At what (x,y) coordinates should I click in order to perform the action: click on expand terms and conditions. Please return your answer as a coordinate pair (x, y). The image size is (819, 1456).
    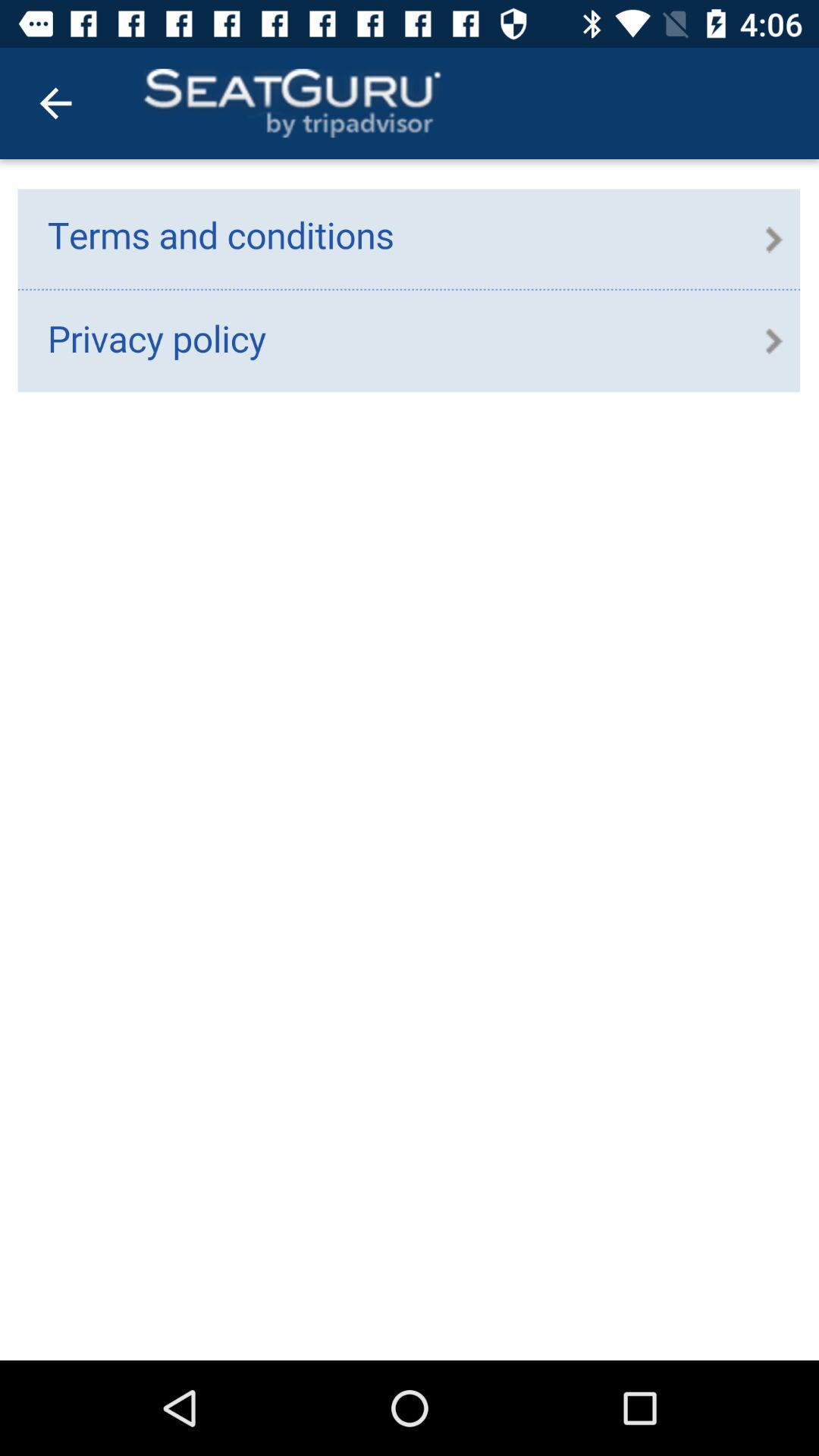
    Looking at the image, I should click on (409, 760).